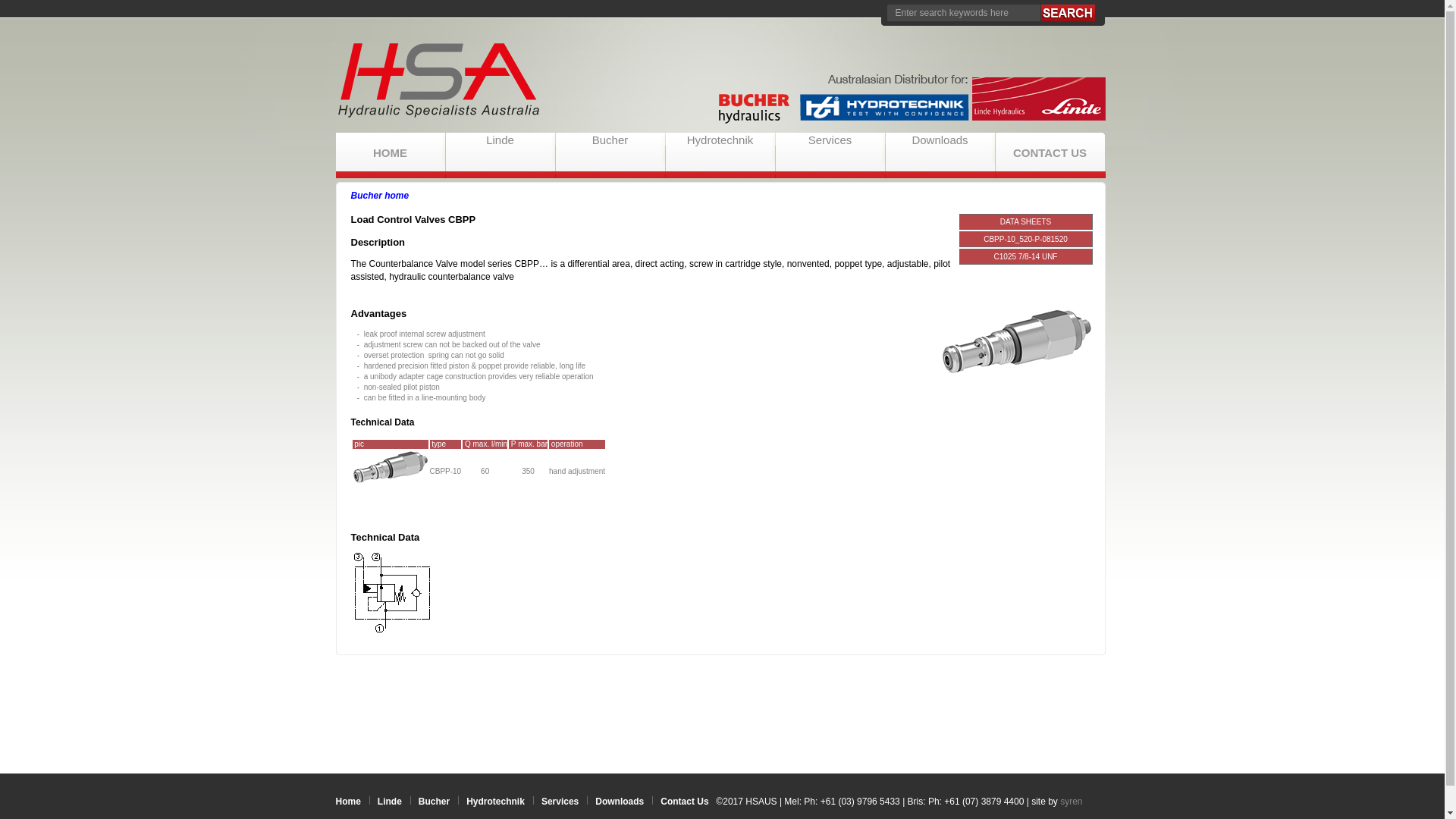 The image size is (1456, 819). What do you see at coordinates (683, 800) in the screenshot?
I see `'Contact Us'` at bounding box center [683, 800].